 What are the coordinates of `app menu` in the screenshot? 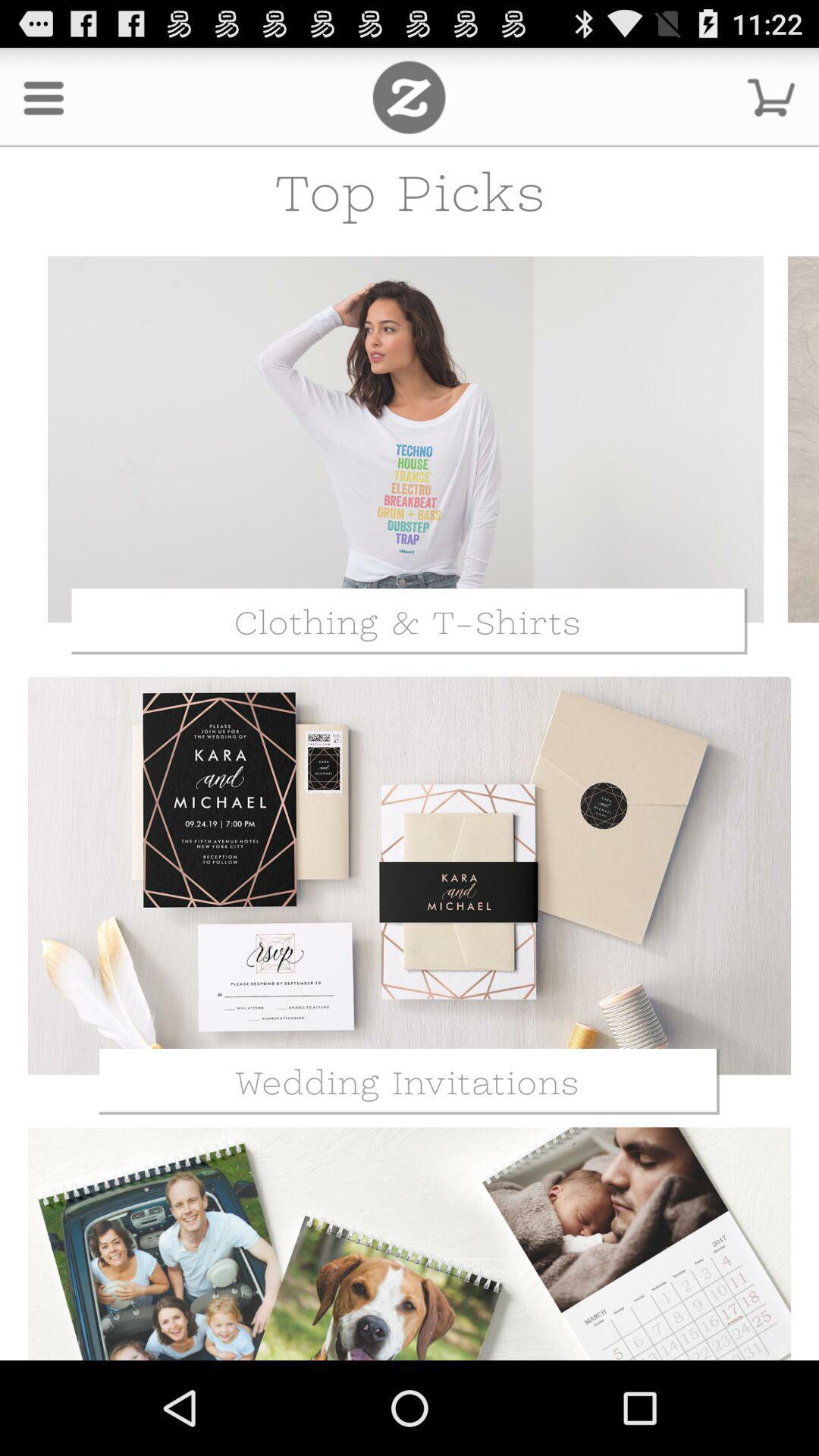 It's located at (408, 96).